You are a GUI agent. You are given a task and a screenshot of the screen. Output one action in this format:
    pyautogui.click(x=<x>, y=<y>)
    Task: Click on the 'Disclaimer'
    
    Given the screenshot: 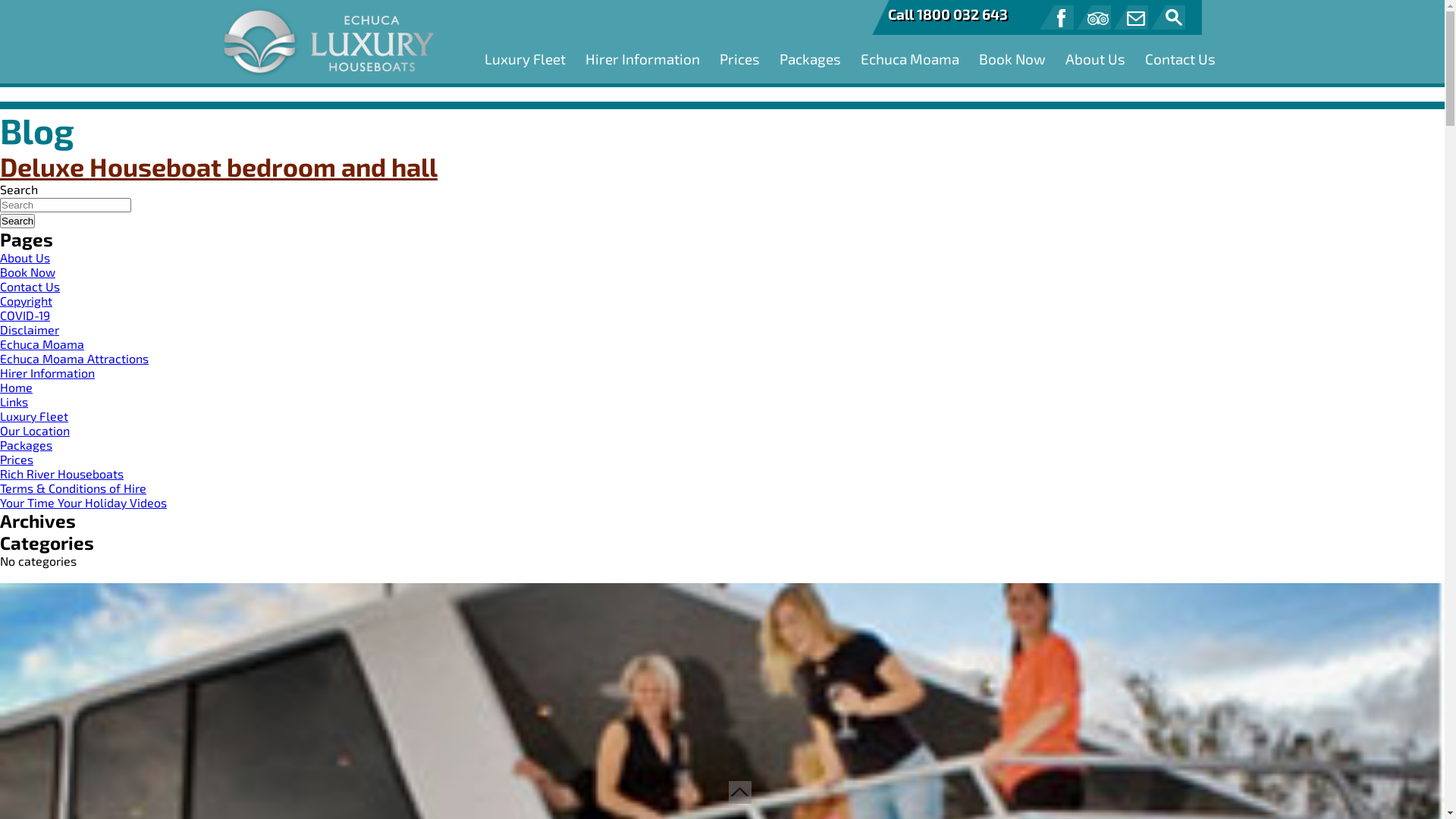 What is the action you would take?
    pyautogui.click(x=29, y=328)
    